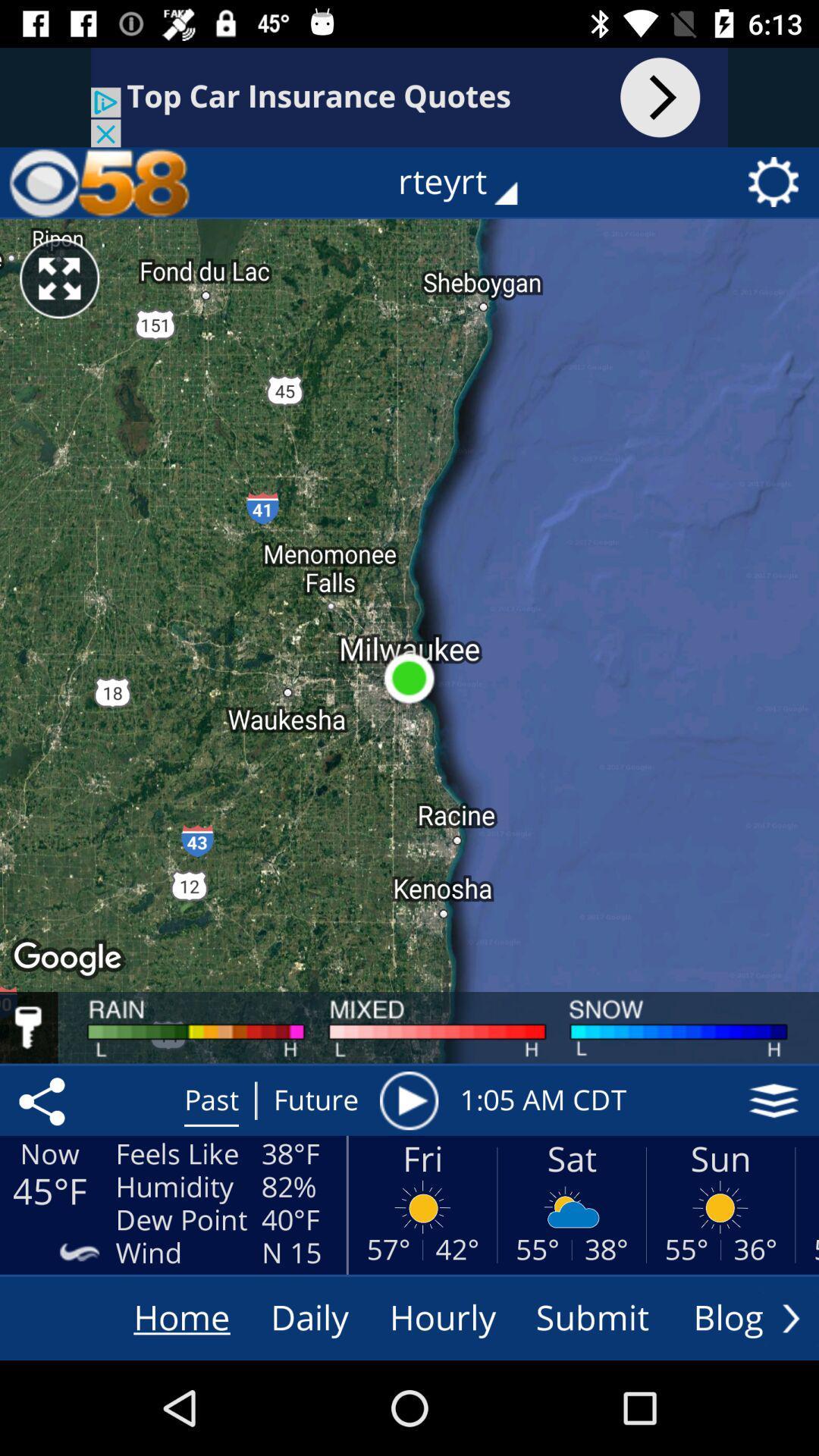  Describe the element at coordinates (44, 1100) in the screenshot. I see `the share icon` at that location.